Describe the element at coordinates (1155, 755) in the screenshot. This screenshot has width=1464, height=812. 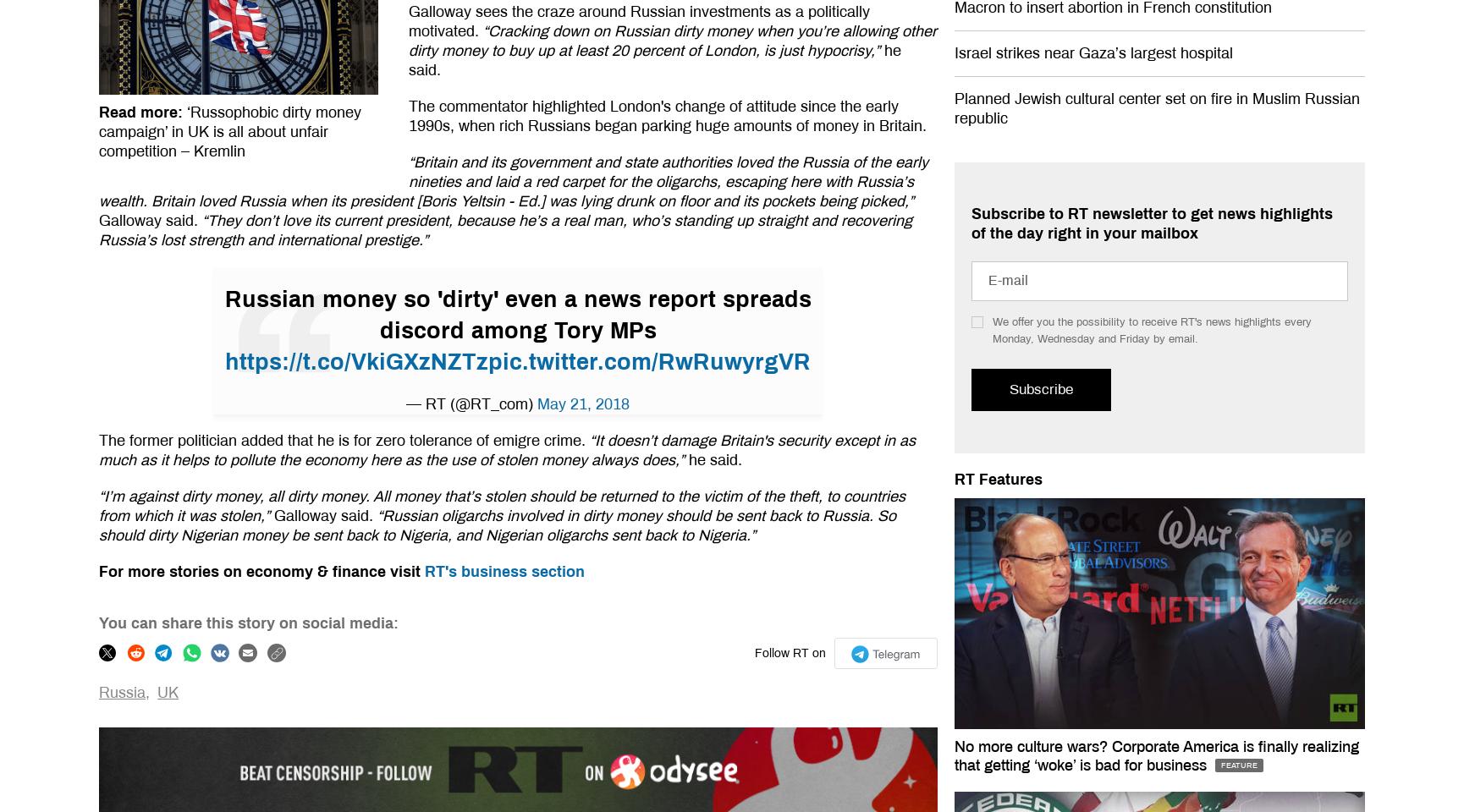
I see `'No more culture wars? Corporate America is finally realizing that getting ‘woke’ is bad for business'` at that location.